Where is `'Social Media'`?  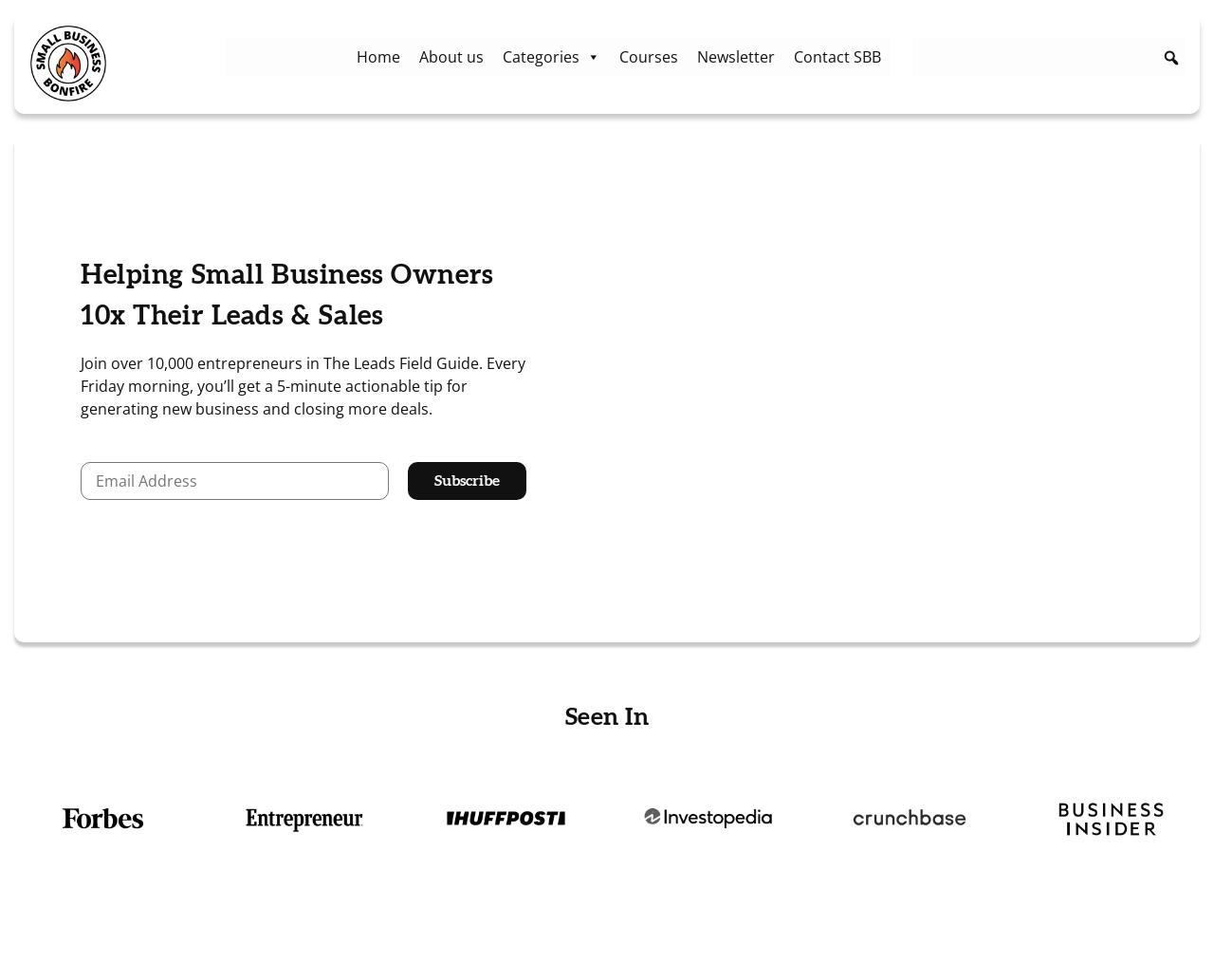
'Social Media' is located at coordinates (546, 268).